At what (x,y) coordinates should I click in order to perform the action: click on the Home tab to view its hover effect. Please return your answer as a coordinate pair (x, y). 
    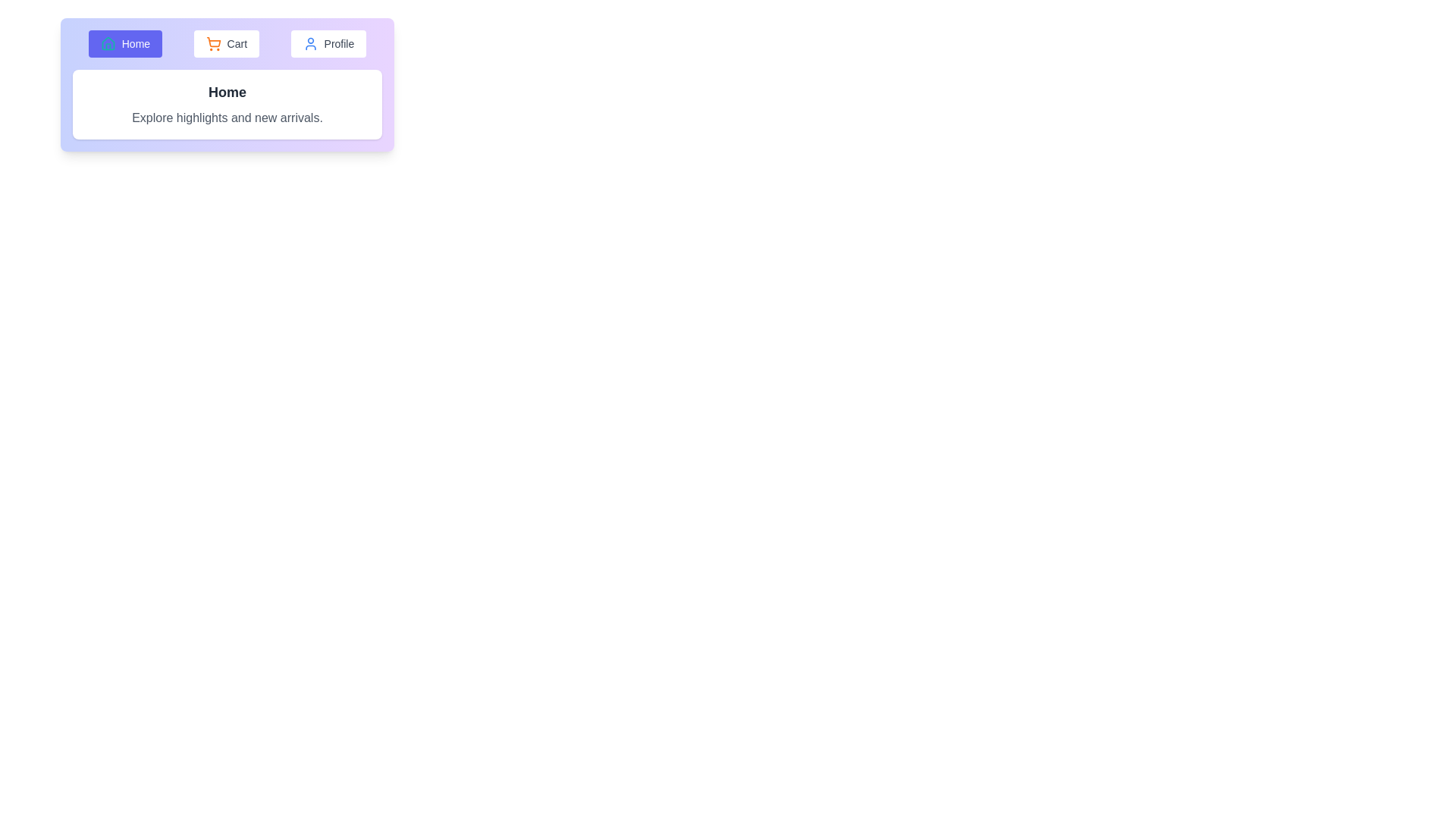
    Looking at the image, I should click on (124, 42).